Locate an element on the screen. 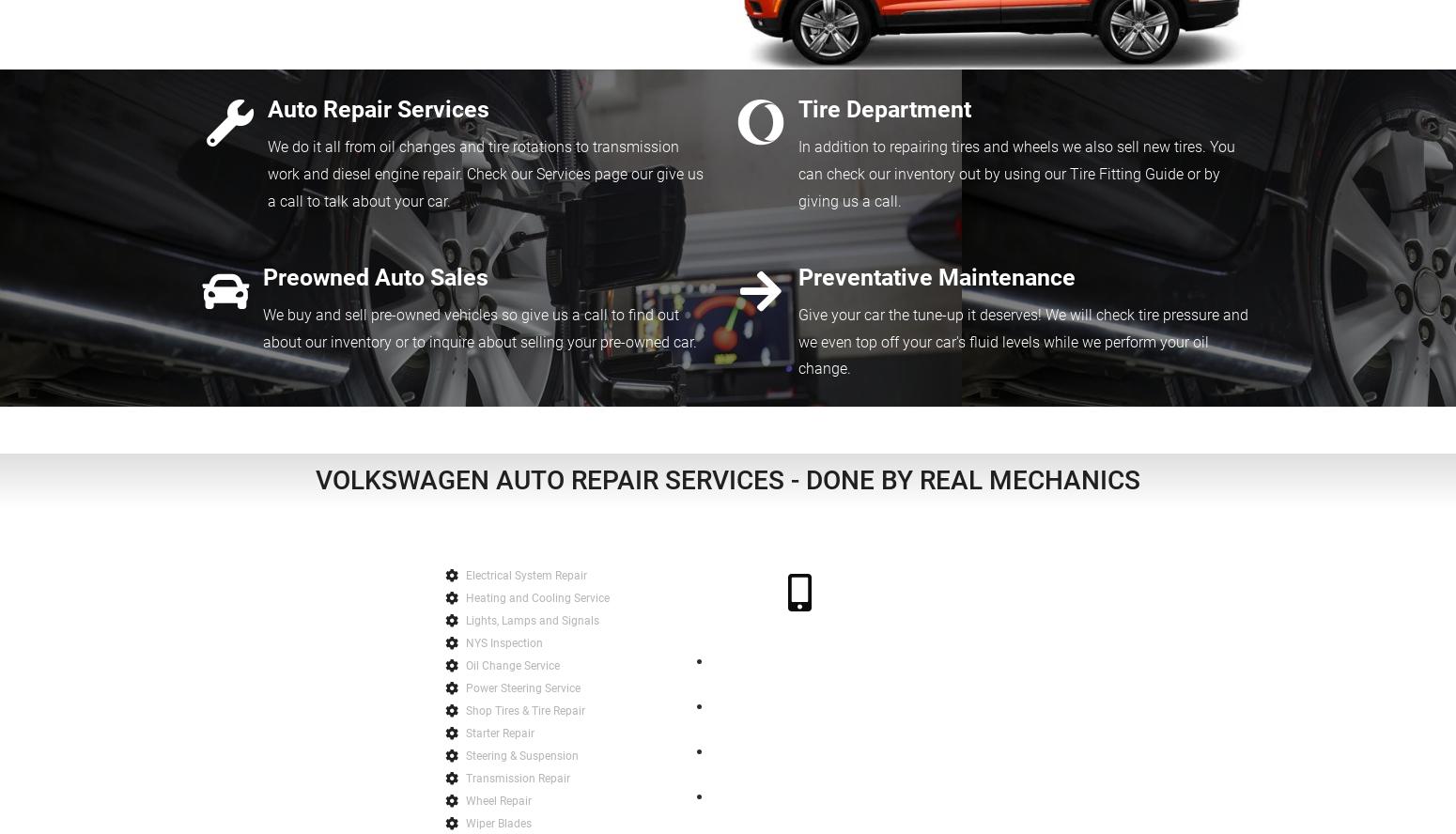  'Wiper Blades' is located at coordinates (498, 822).